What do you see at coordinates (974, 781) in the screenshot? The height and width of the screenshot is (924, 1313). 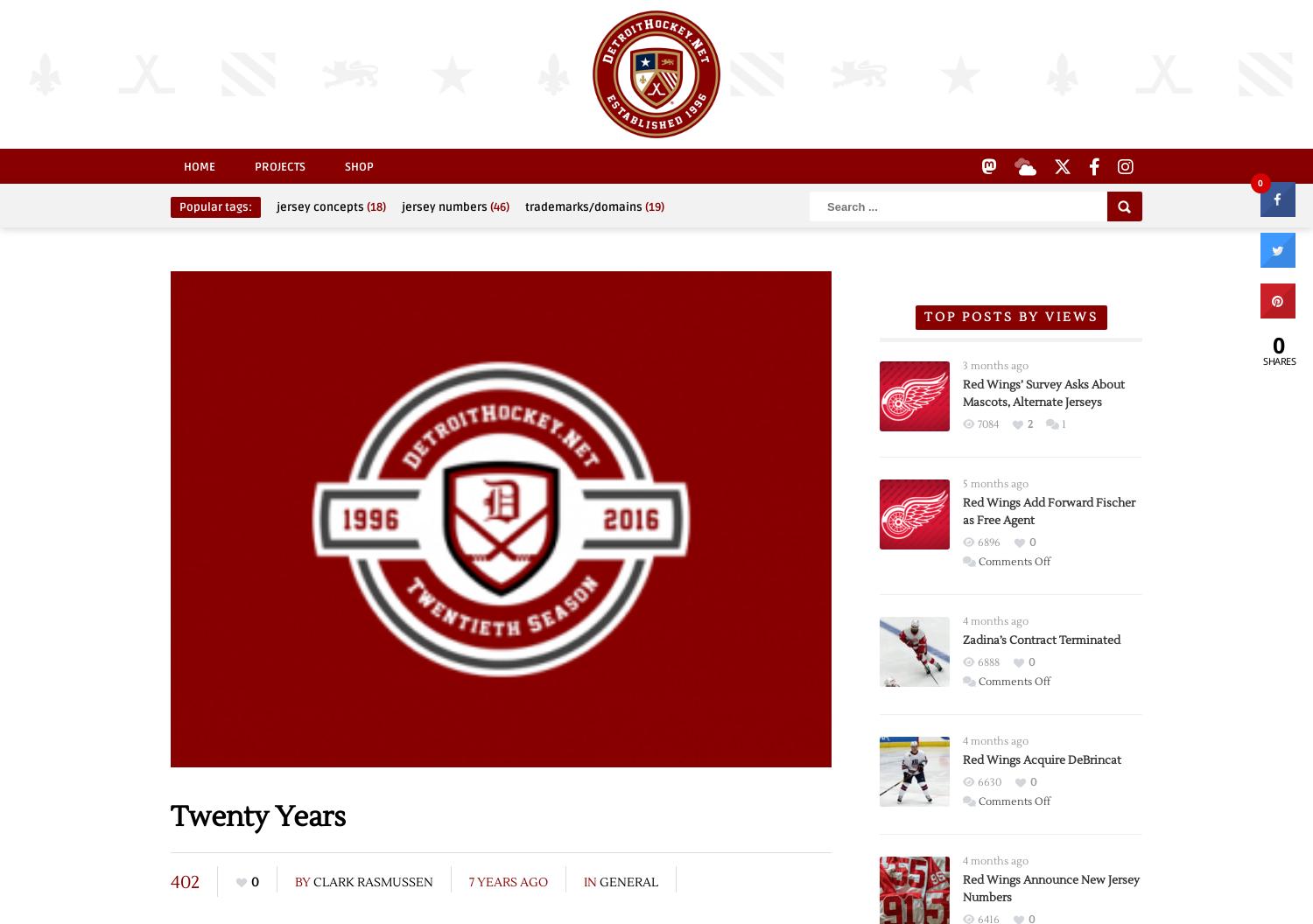 I see `'6630'` at bounding box center [974, 781].